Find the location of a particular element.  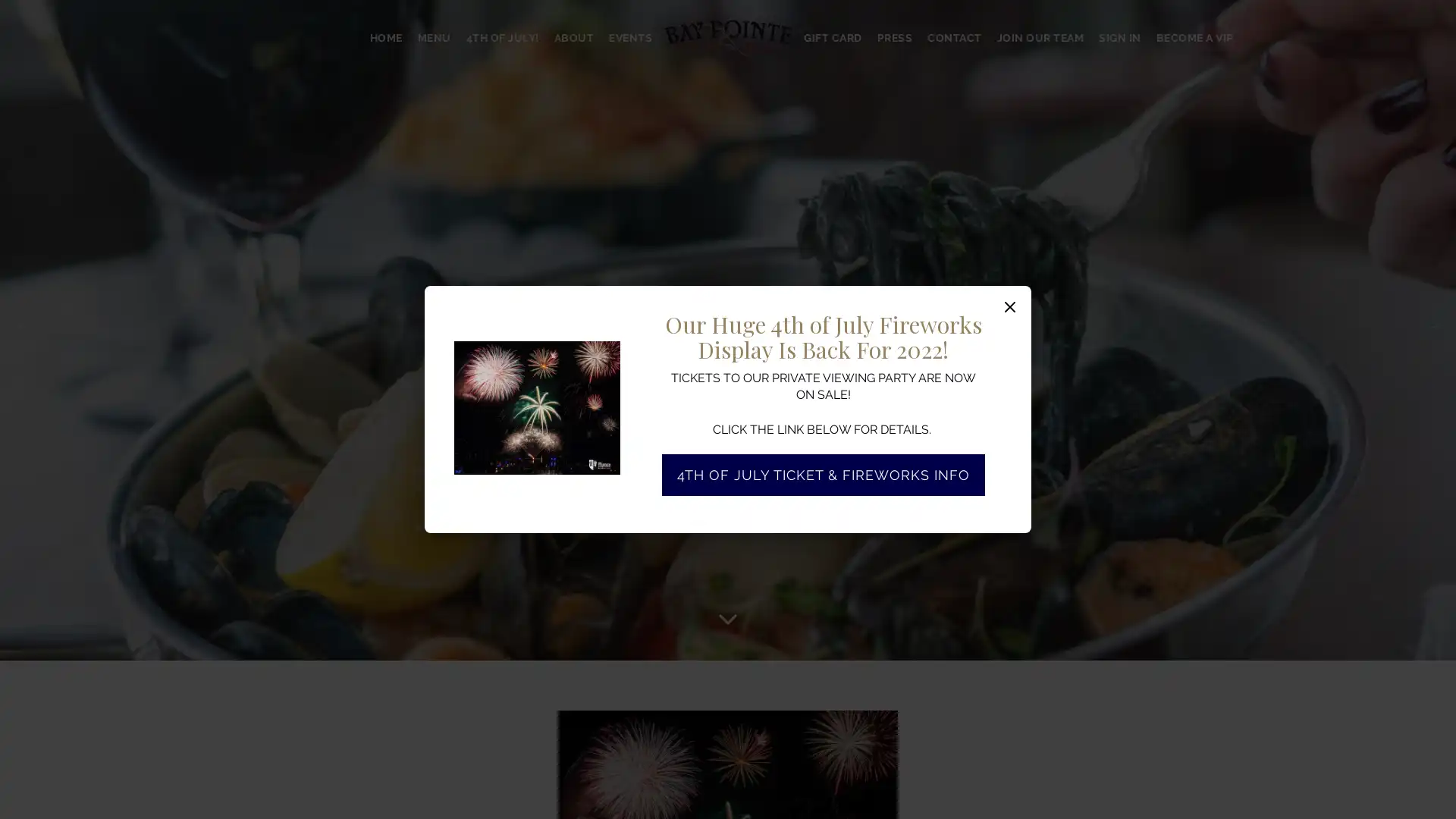

Open Photo Gallery is located at coordinates (602, 356).